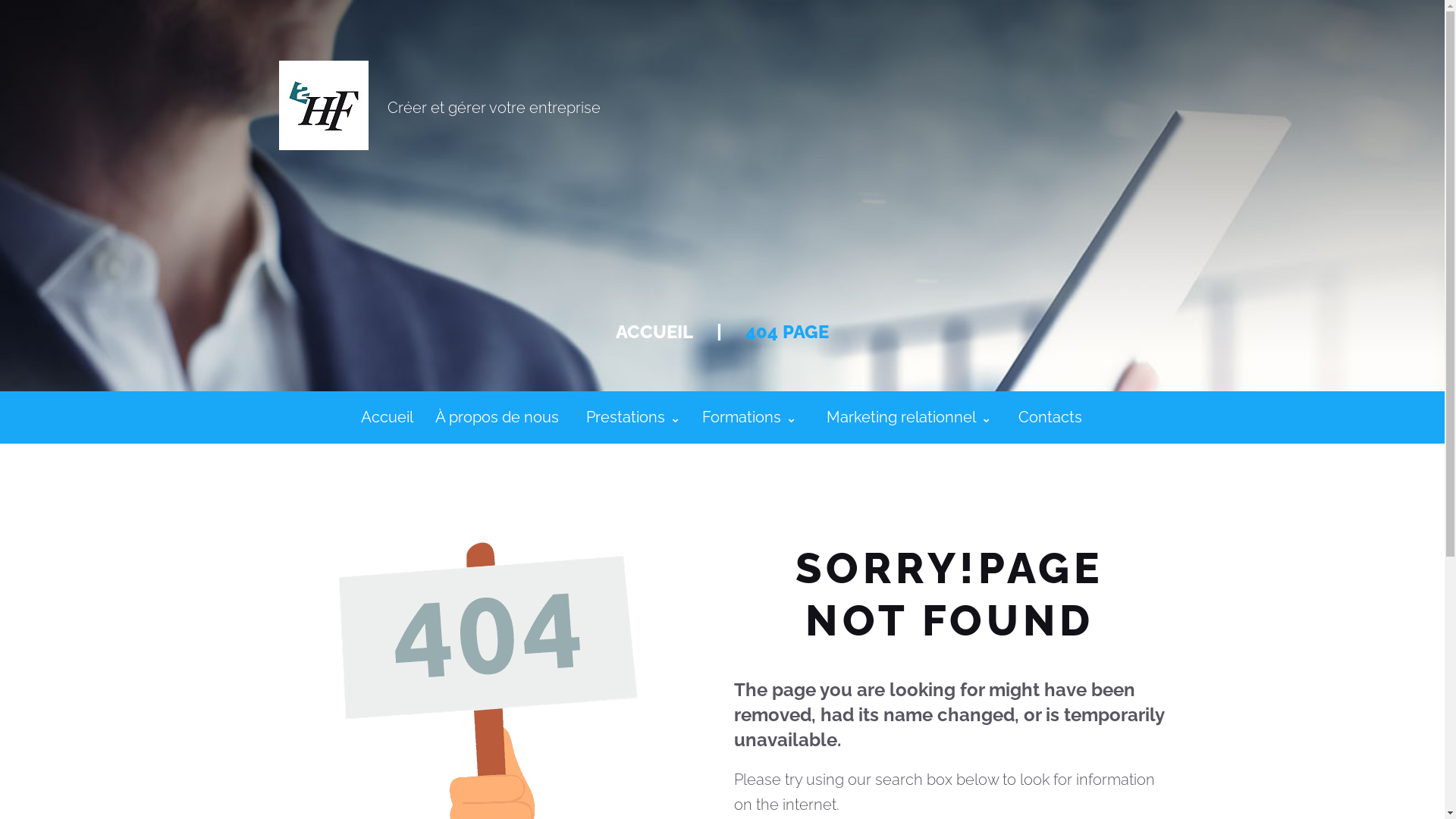 The width and height of the screenshot is (1456, 819). What do you see at coordinates (1049, 417) in the screenshot?
I see `'Contacts'` at bounding box center [1049, 417].